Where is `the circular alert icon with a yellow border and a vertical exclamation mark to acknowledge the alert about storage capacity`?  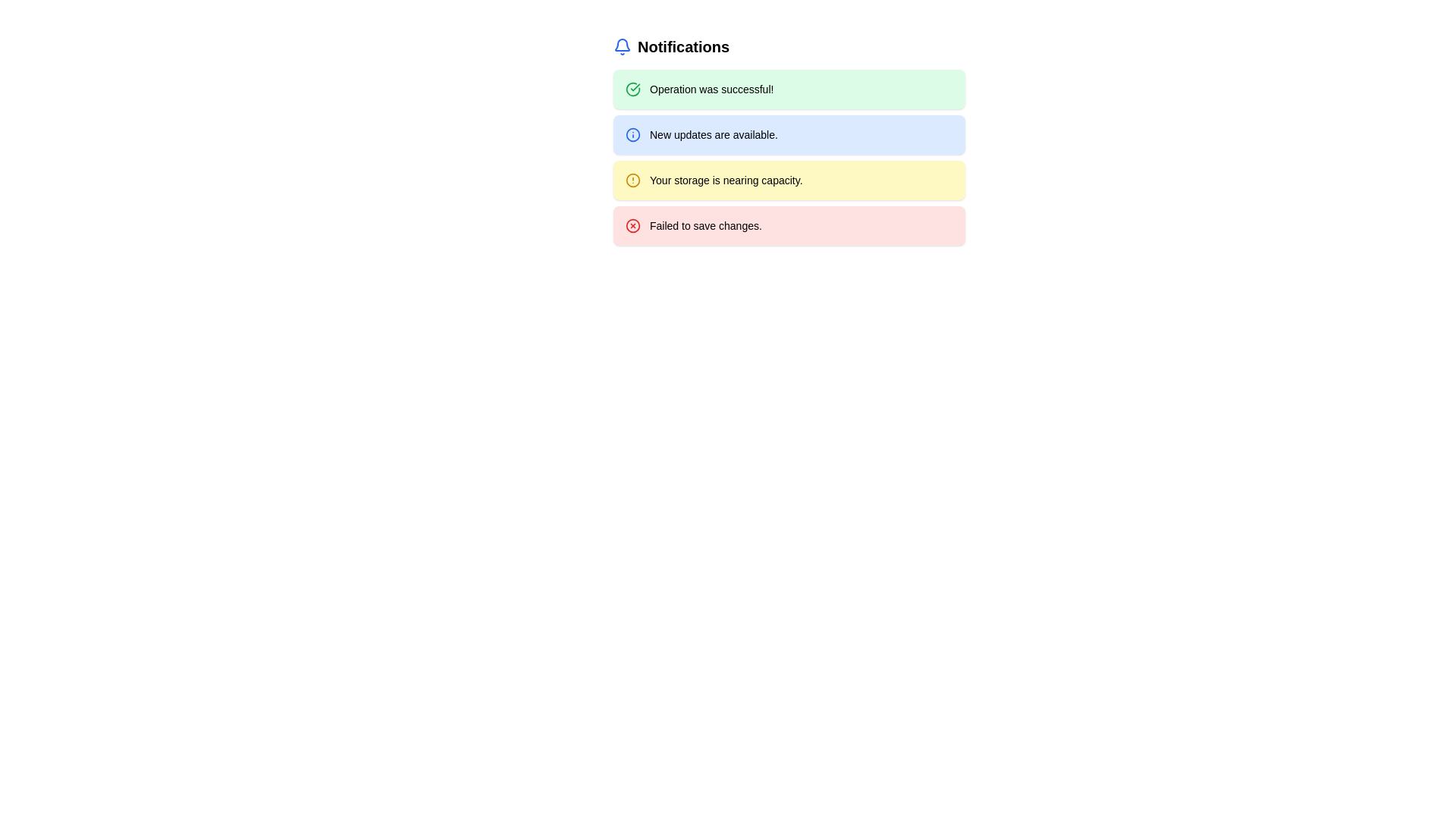
the circular alert icon with a yellow border and a vertical exclamation mark to acknowledge the alert about storage capacity is located at coordinates (633, 180).